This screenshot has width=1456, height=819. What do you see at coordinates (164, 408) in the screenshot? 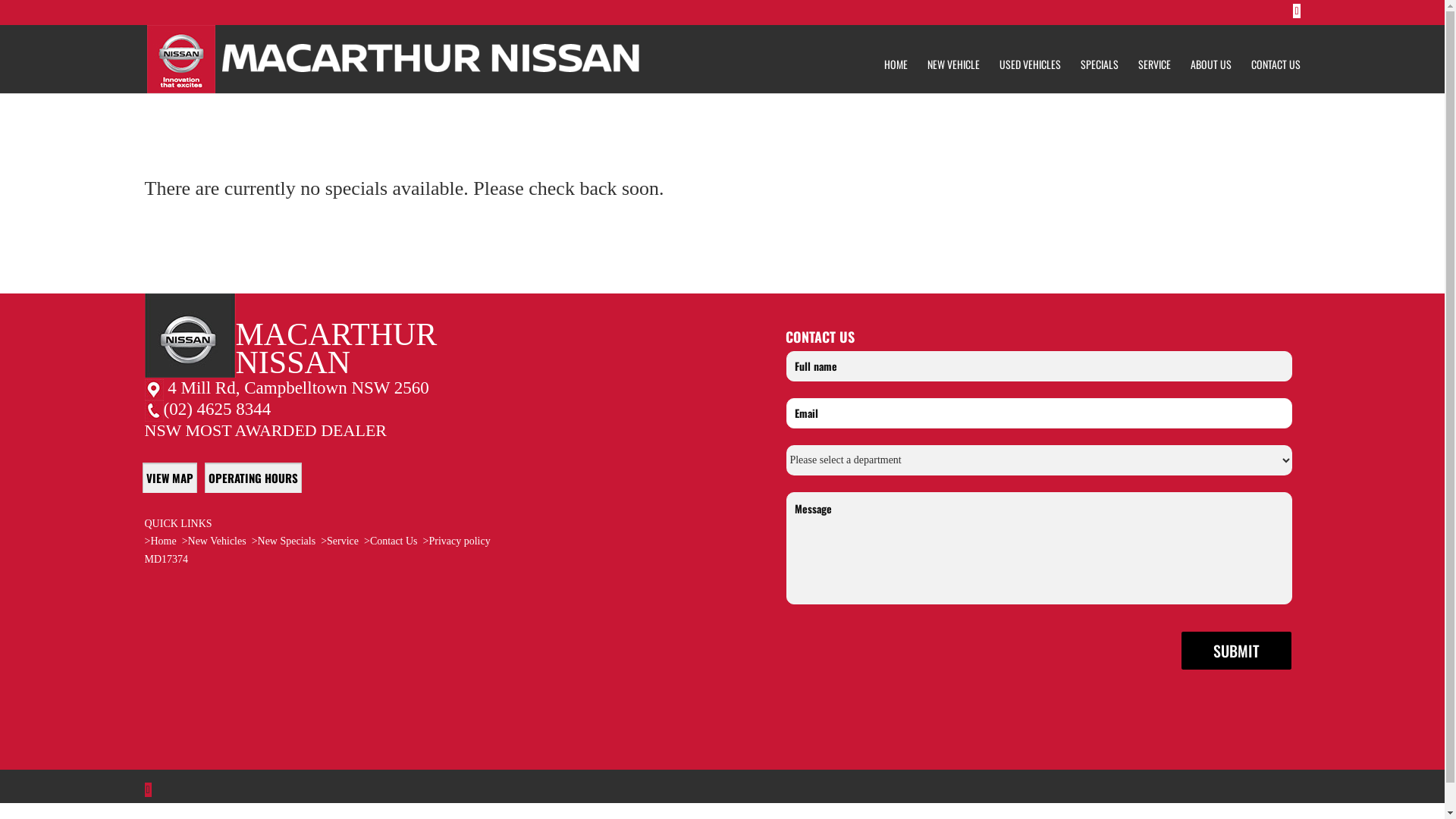
I see `'(02) 4625 8344'` at bounding box center [164, 408].